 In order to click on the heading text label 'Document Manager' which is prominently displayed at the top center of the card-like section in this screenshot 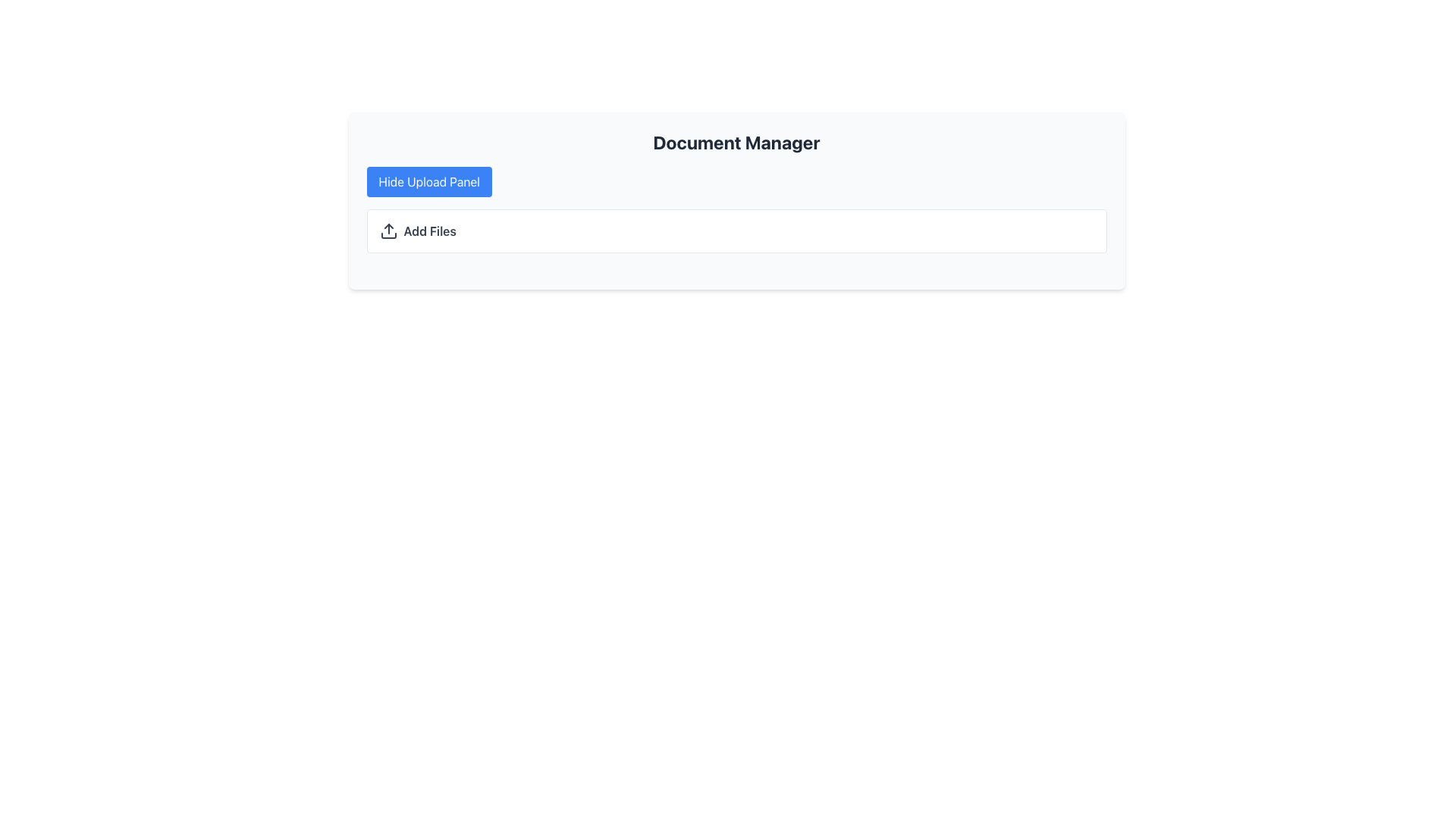, I will do `click(736, 143)`.